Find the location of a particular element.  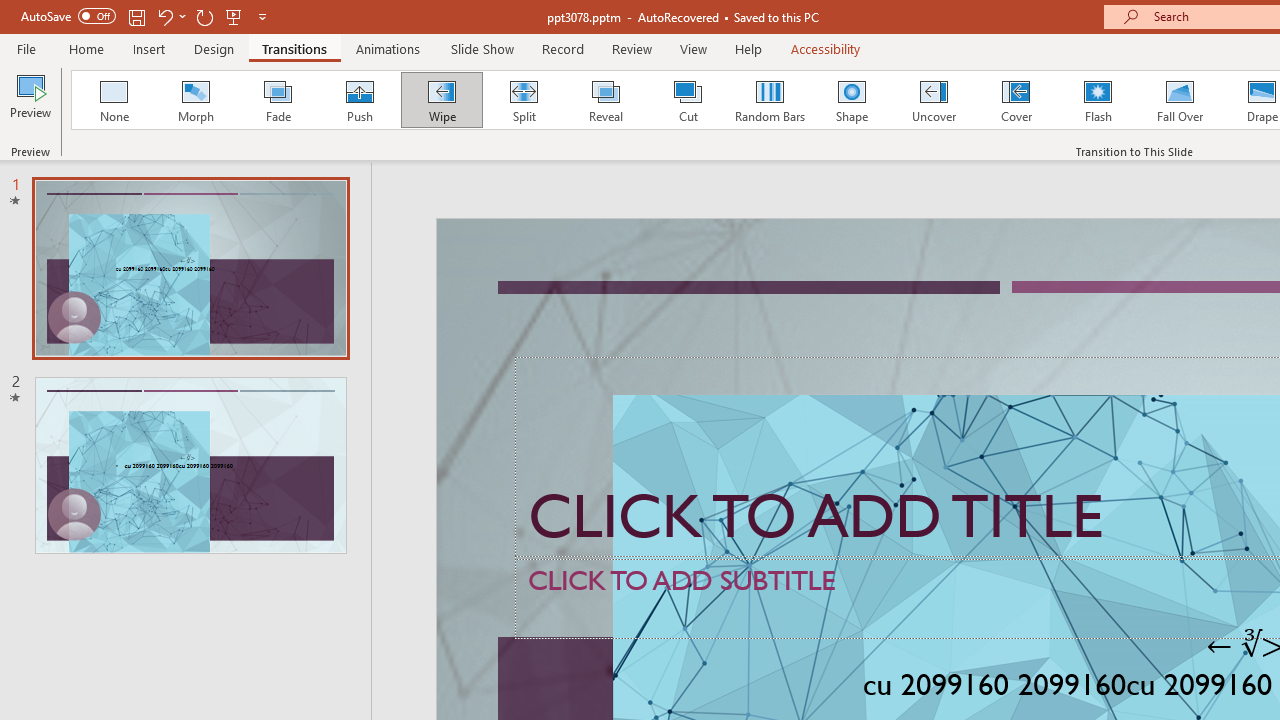

'Preview' is located at coordinates (30, 103).